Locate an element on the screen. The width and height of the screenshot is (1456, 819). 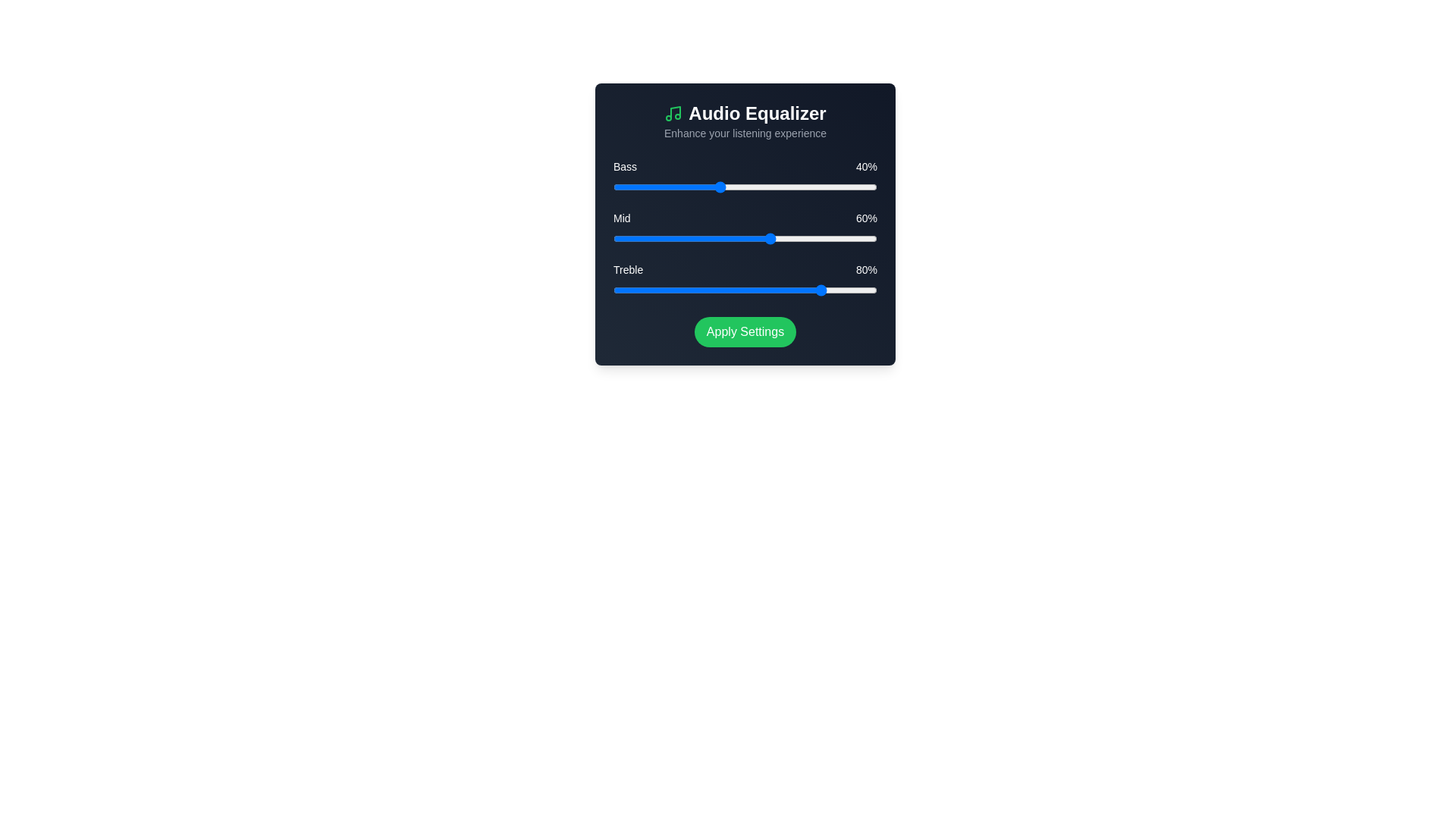
the AudioEqualizer component to bring up the context menu is located at coordinates (745, 224).